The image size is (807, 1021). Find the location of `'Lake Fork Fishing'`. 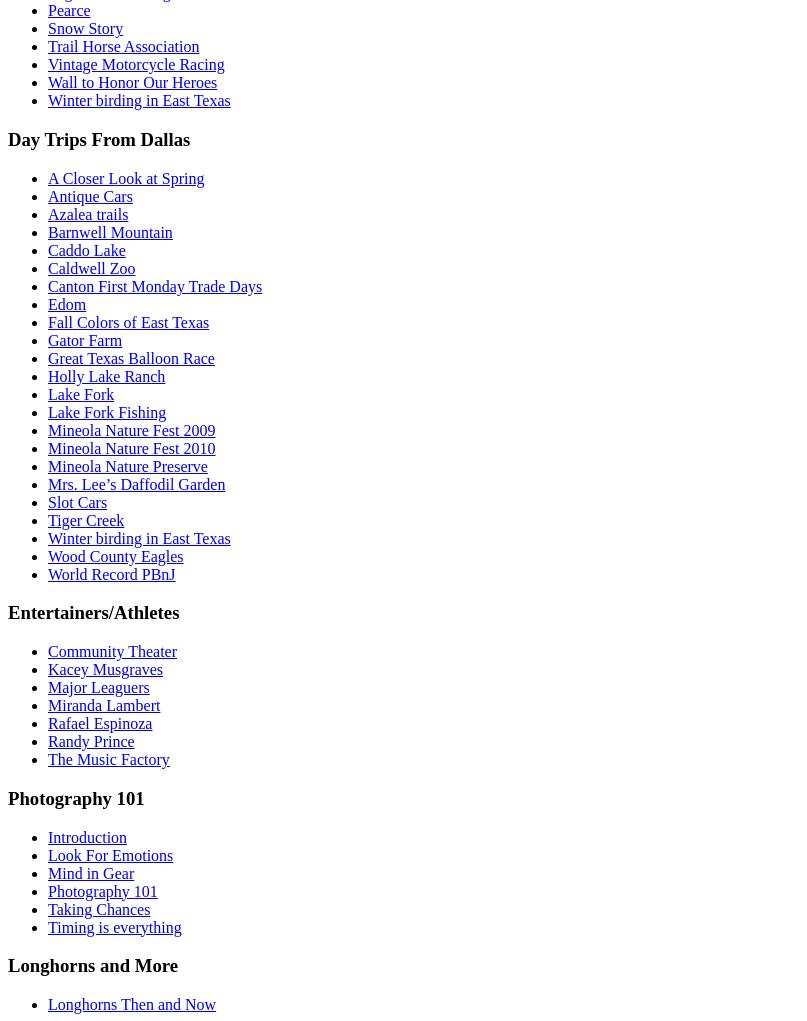

'Lake Fork Fishing' is located at coordinates (106, 410).